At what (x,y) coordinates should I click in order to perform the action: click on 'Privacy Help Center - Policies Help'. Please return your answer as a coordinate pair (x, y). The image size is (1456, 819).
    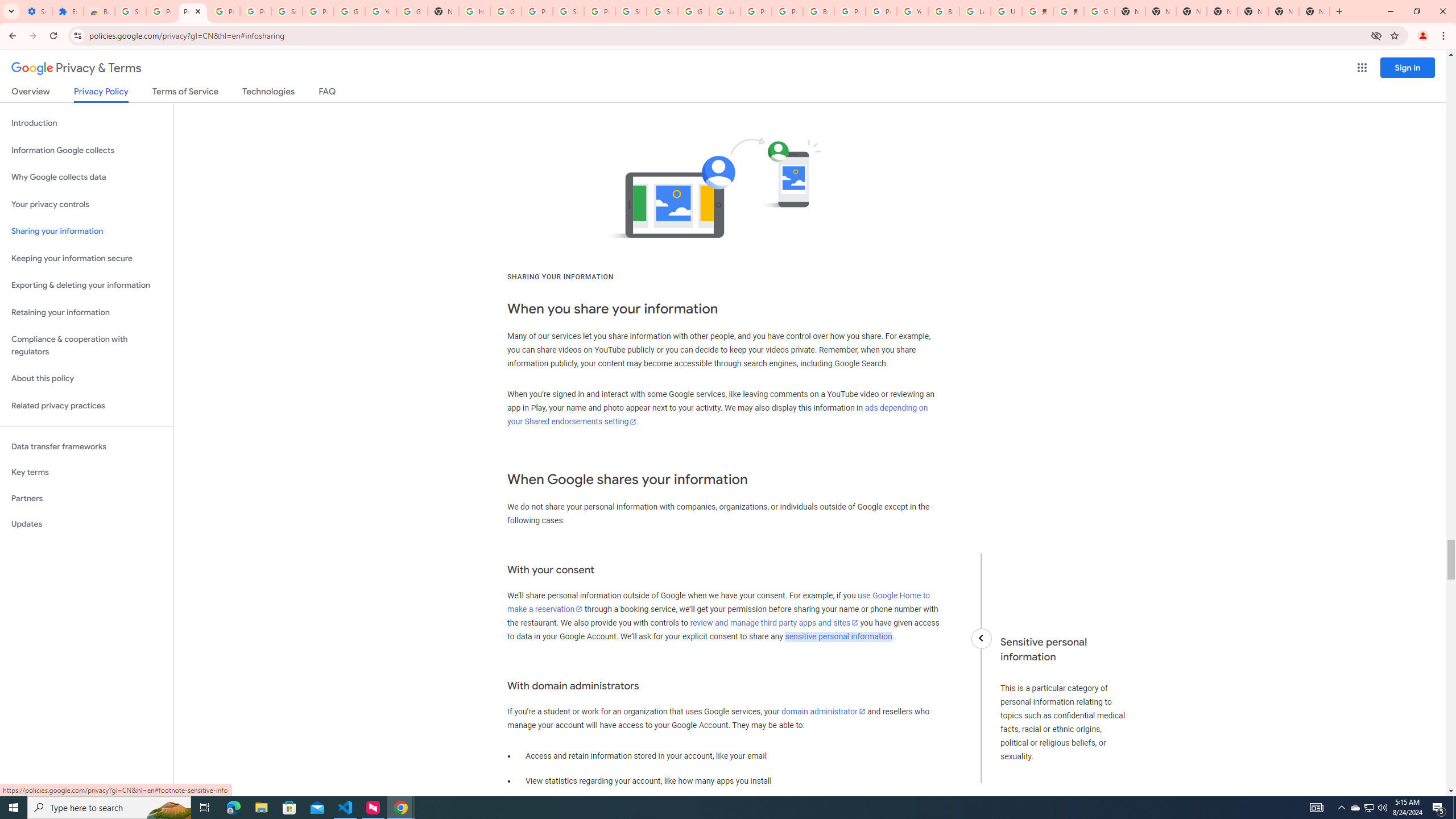
    Looking at the image, I should click on (787, 11).